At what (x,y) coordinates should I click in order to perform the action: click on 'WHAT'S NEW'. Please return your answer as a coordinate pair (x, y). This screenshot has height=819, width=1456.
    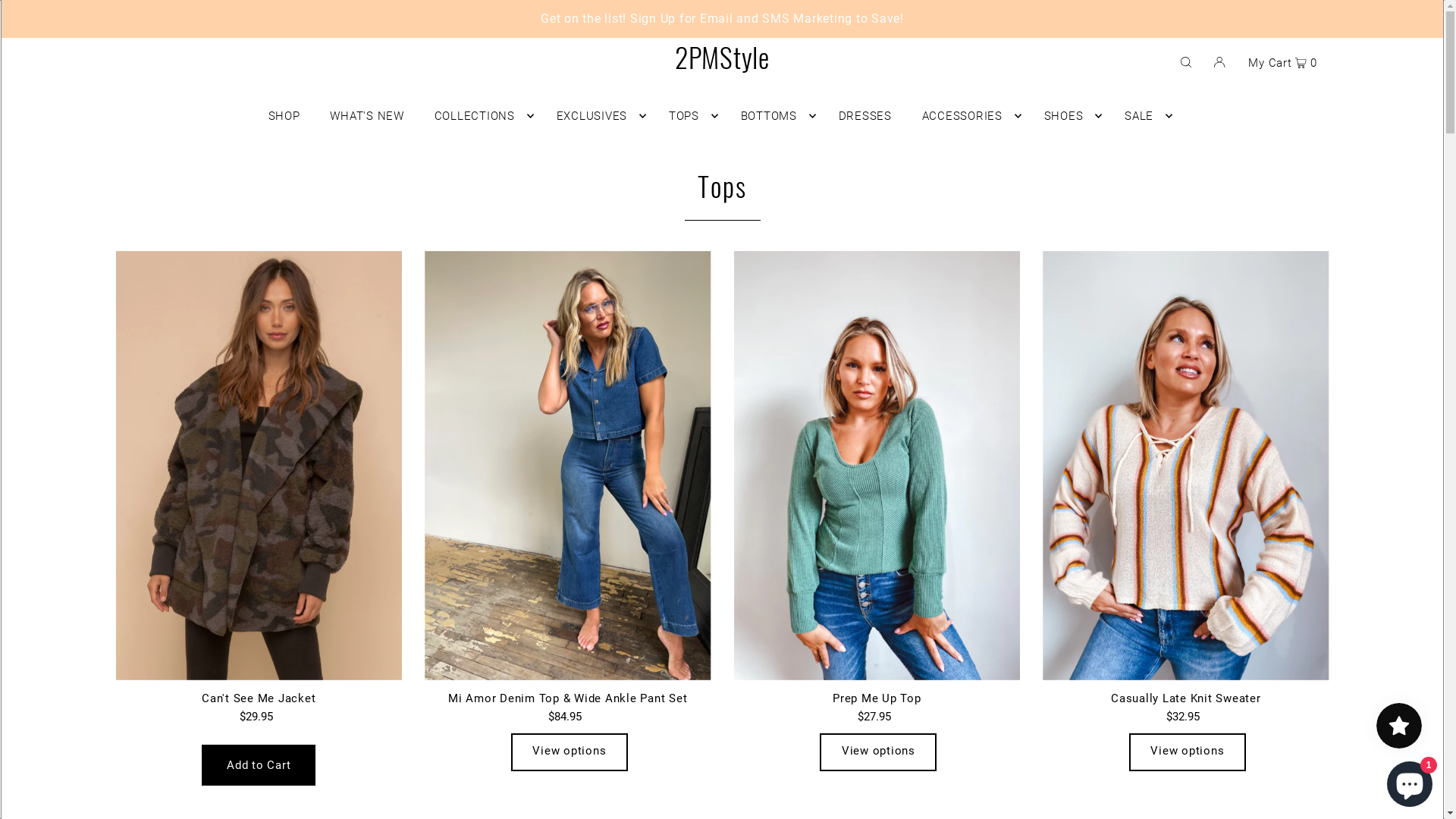
    Looking at the image, I should click on (367, 115).